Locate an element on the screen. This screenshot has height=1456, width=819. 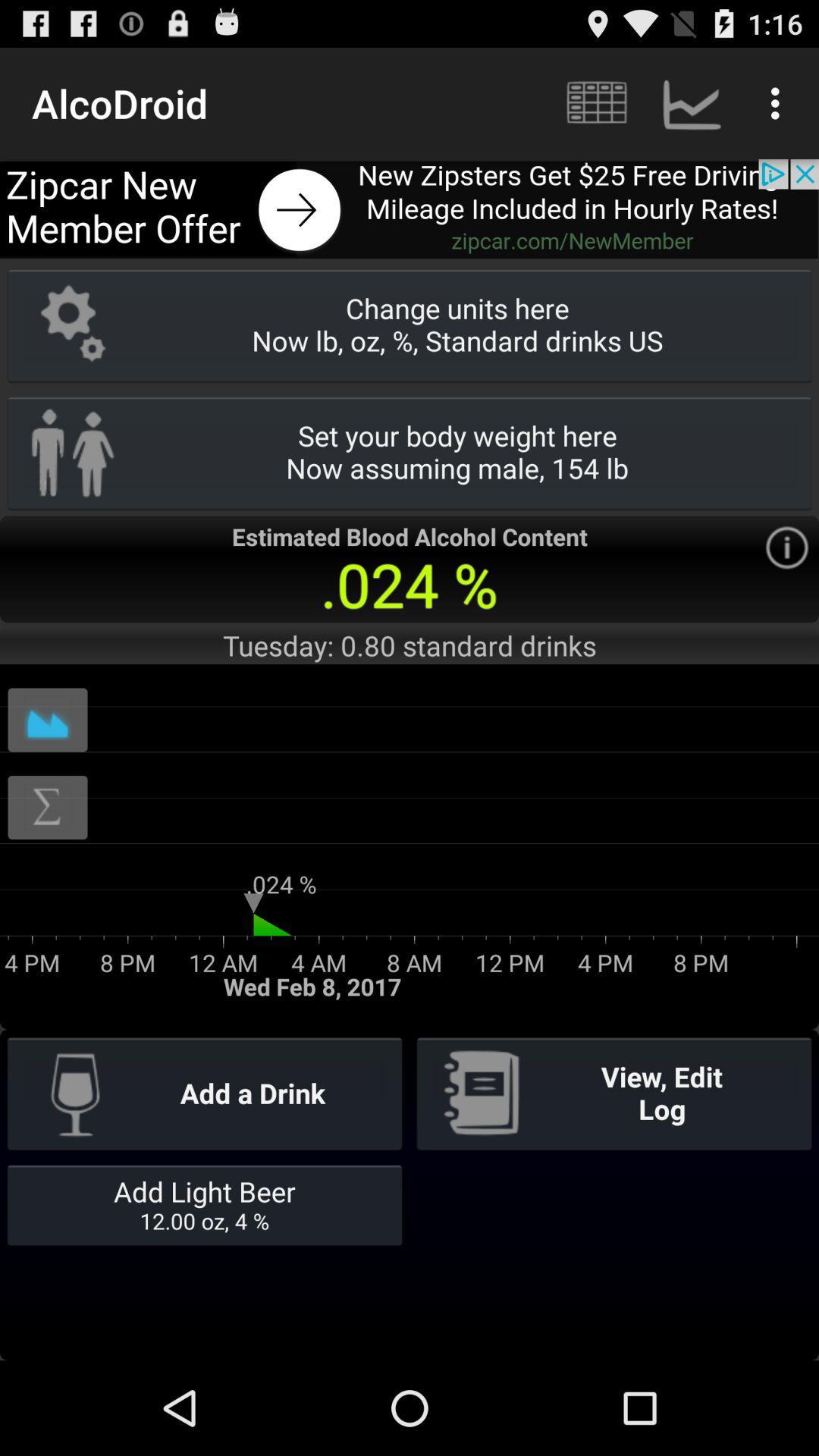
advertisement is located at coordinates (409, 208).